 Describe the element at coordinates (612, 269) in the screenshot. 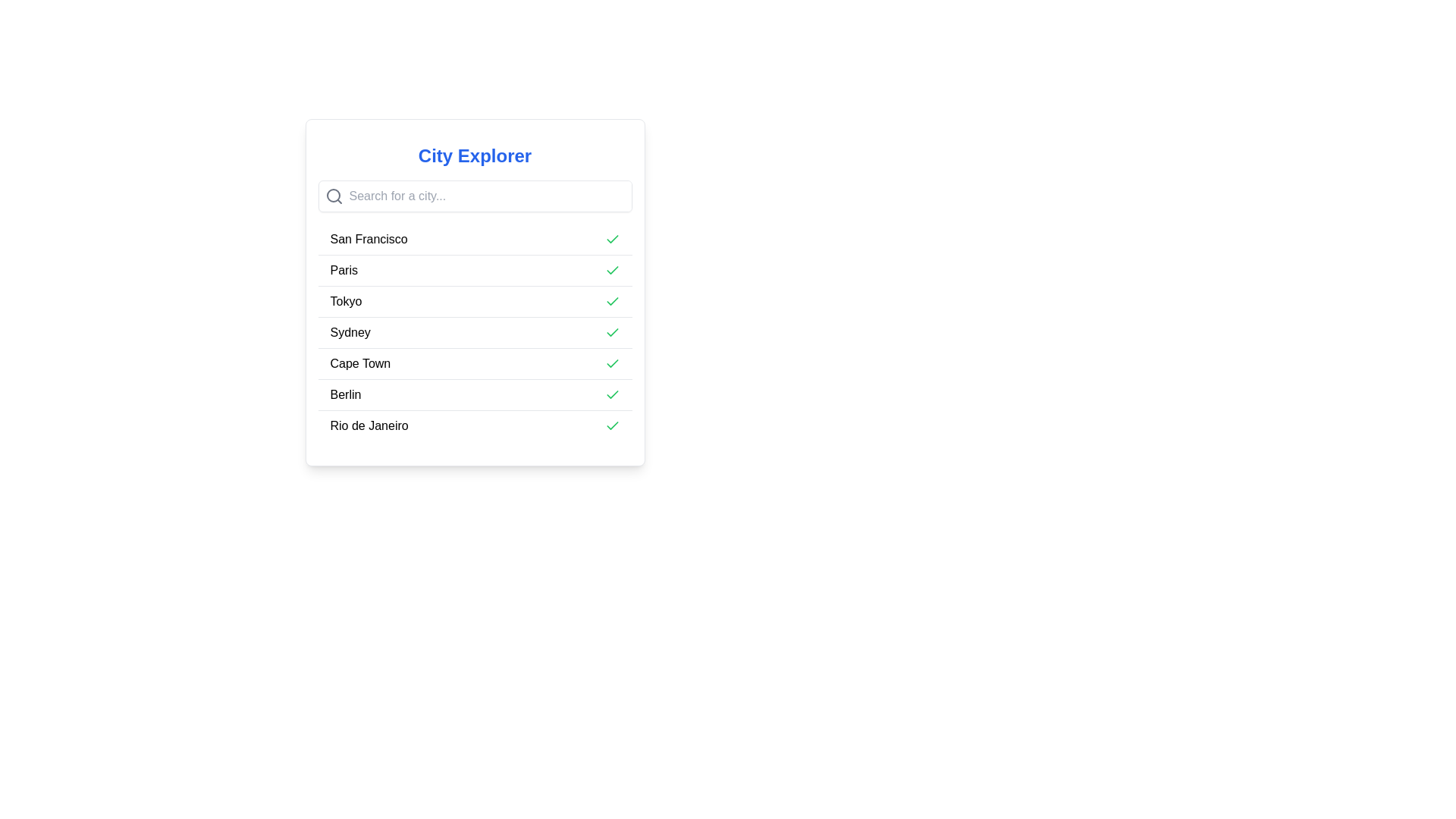

I see `the green checkmark icon located adjacent to the text 'Paris', which indicates confirmation or selection` at that location.